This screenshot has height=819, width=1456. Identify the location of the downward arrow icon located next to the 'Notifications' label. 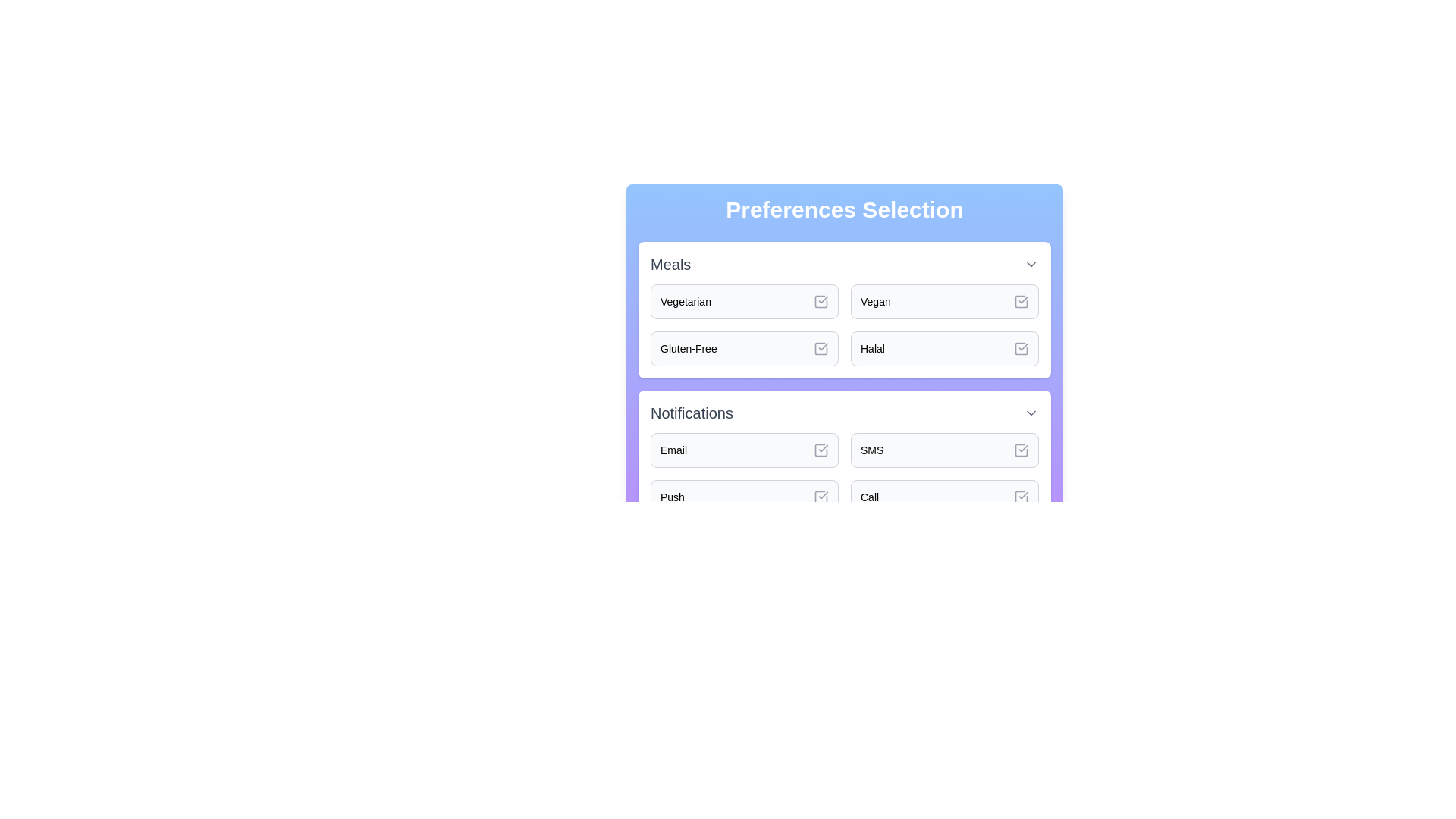
(1031, 413).